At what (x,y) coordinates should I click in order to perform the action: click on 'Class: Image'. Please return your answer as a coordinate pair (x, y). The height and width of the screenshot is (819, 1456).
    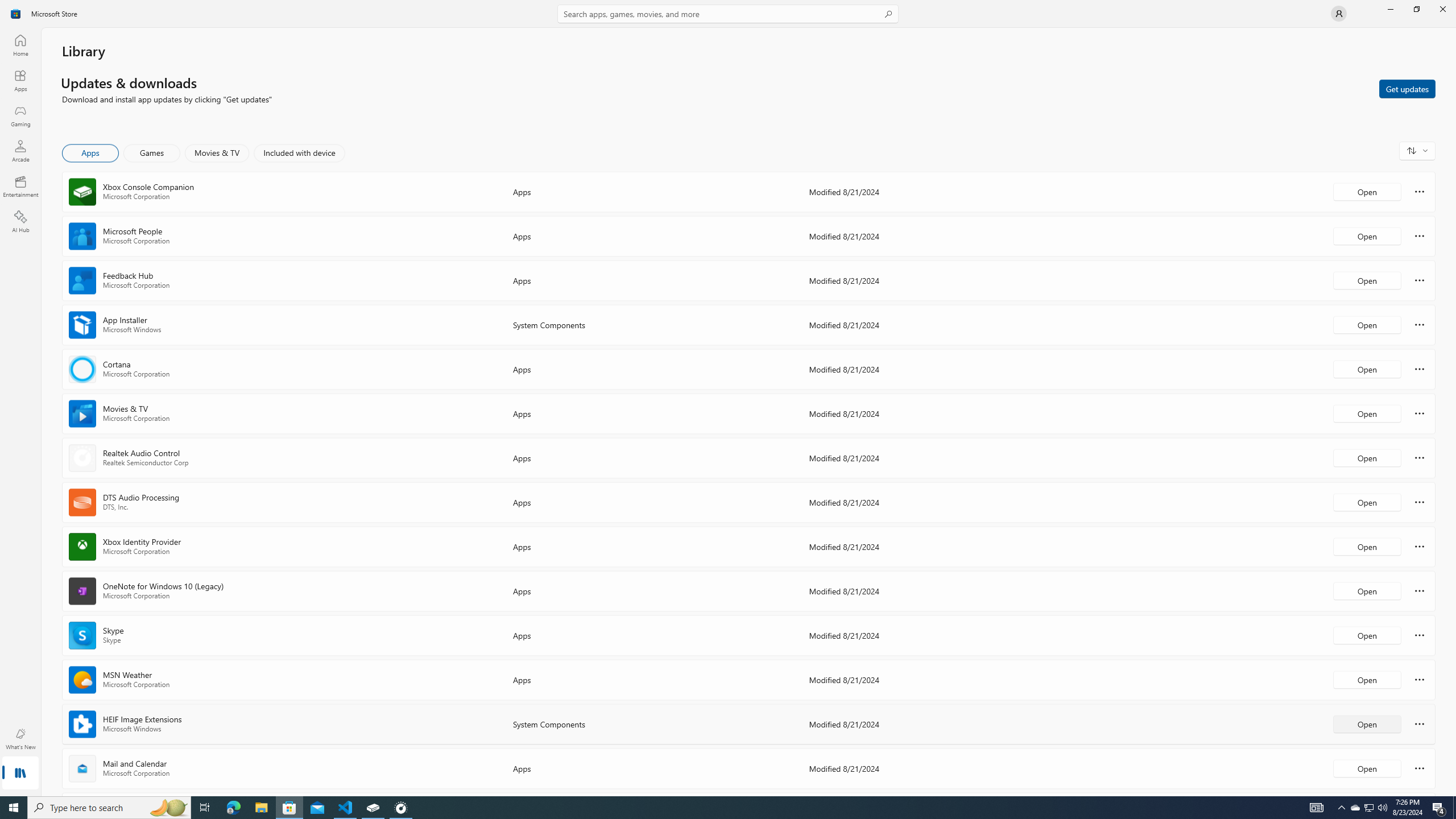
    Looking at the image, I should click on (16, 13).